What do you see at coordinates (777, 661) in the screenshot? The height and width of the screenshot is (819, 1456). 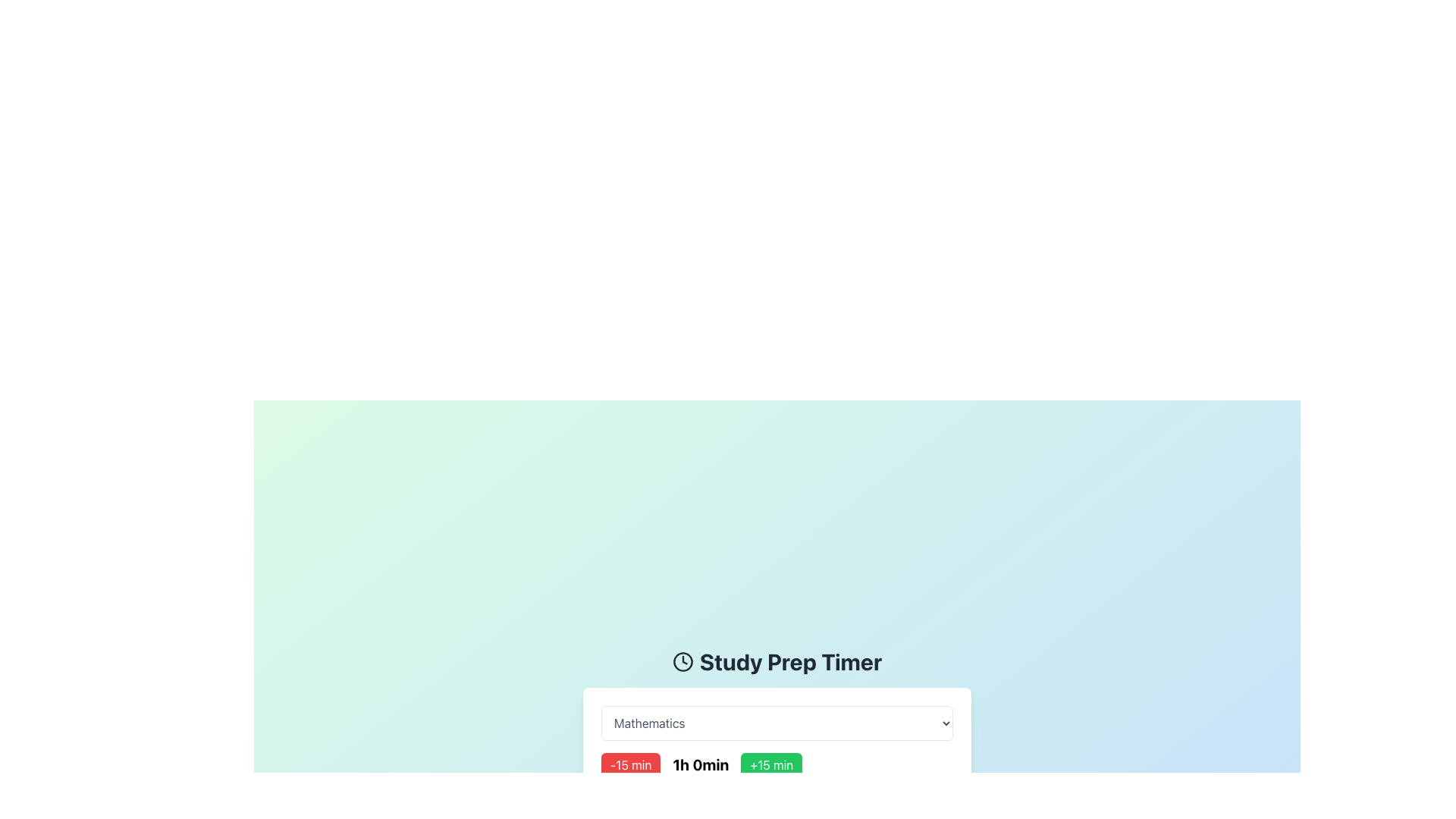 I see `the static text element that serves as a title or header for the adjacent timer interface, located at the top center of the interface above the timer card` at bounding box center [777, 661].